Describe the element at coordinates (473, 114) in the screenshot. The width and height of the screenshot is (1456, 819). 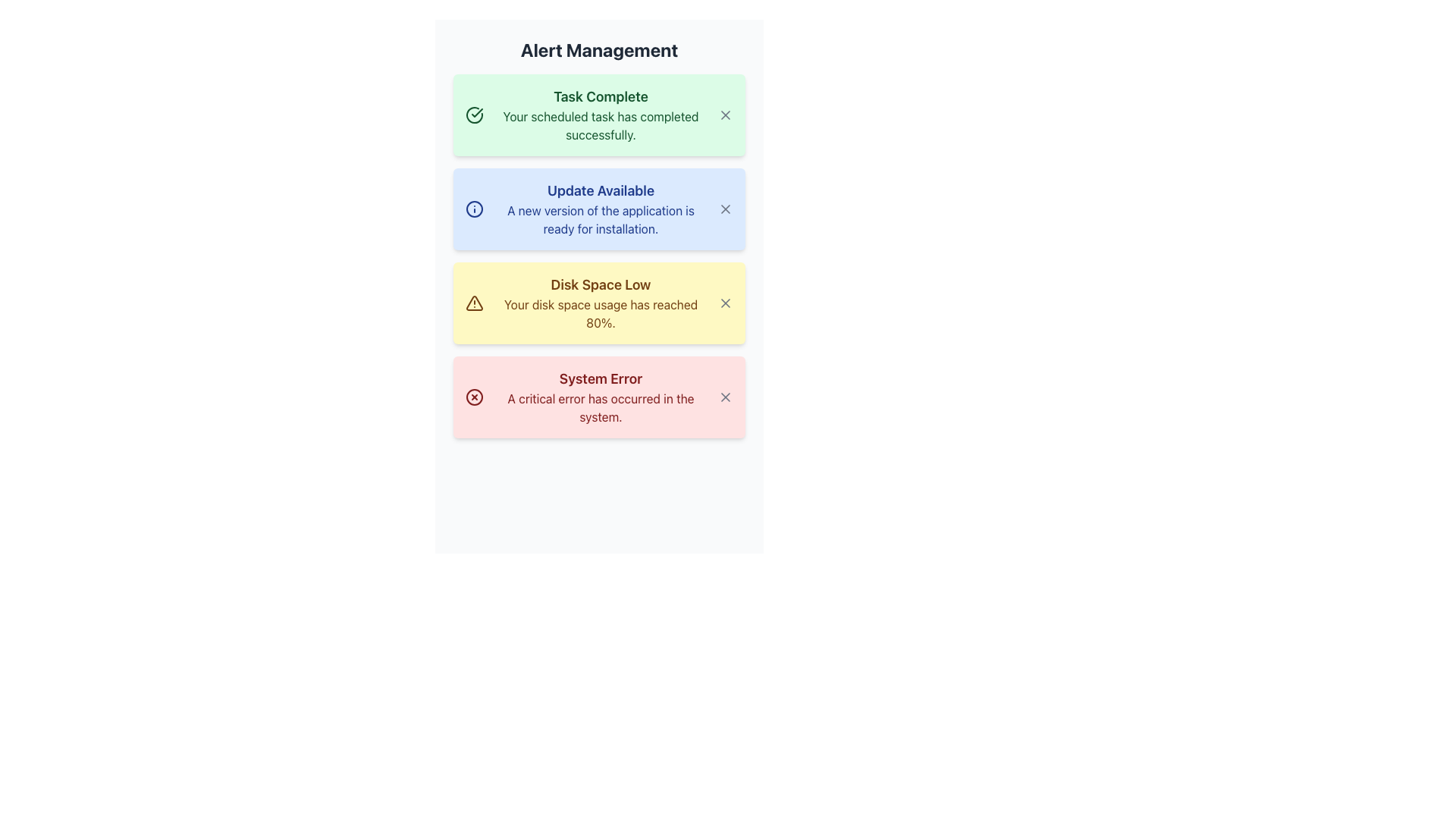
I see `the graphical element of the 'Task Complete' notification icon, which indicates completion or check status, located at the left-hand side of the notification box` at that location.